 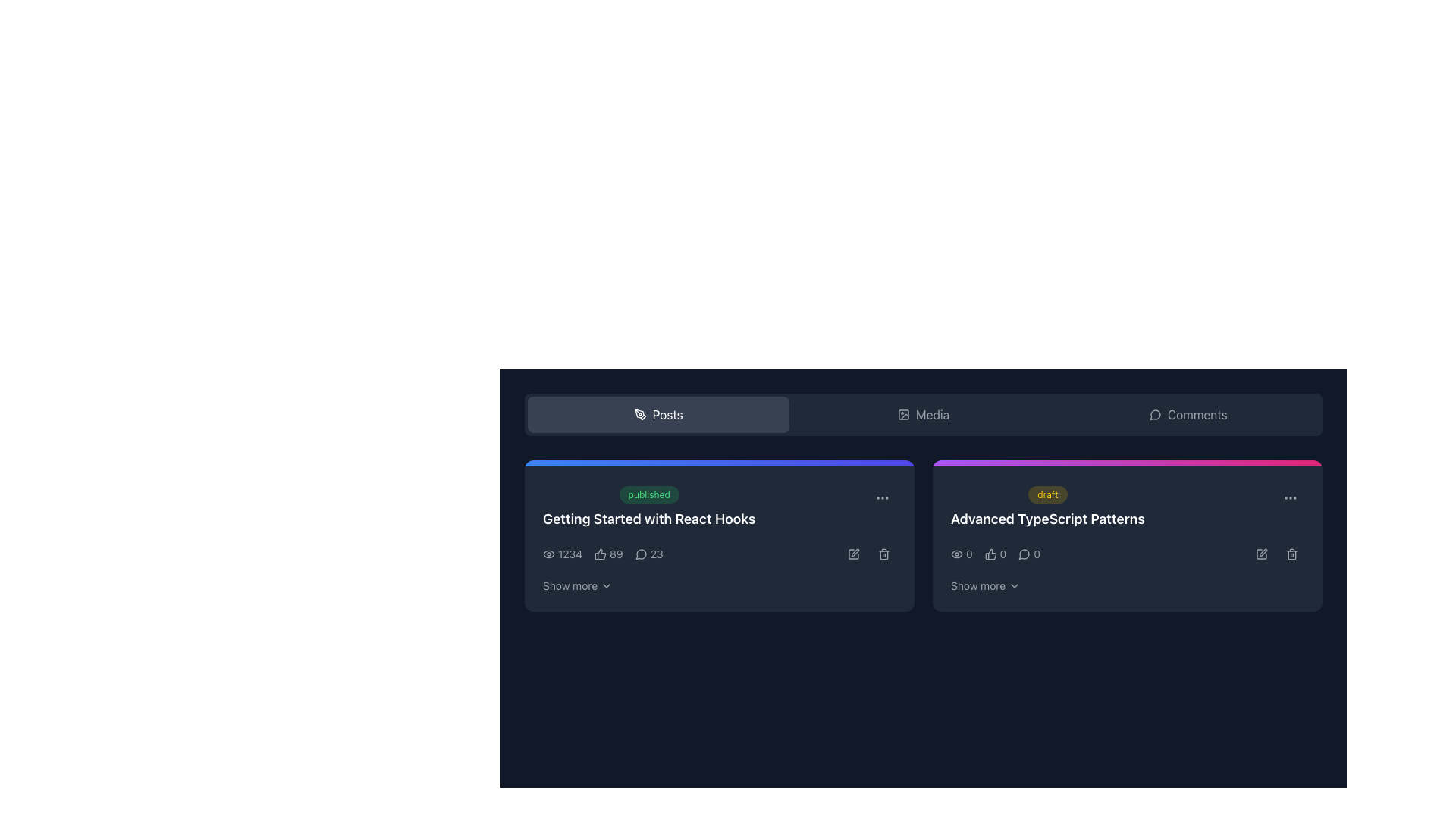 What do you see at coordinates (882, 497) in the screenshot?
I see `the Ellipsis button located at the top-right corner of the 'Getting Started with React Hooks' card` at bounding box center [882, 497].